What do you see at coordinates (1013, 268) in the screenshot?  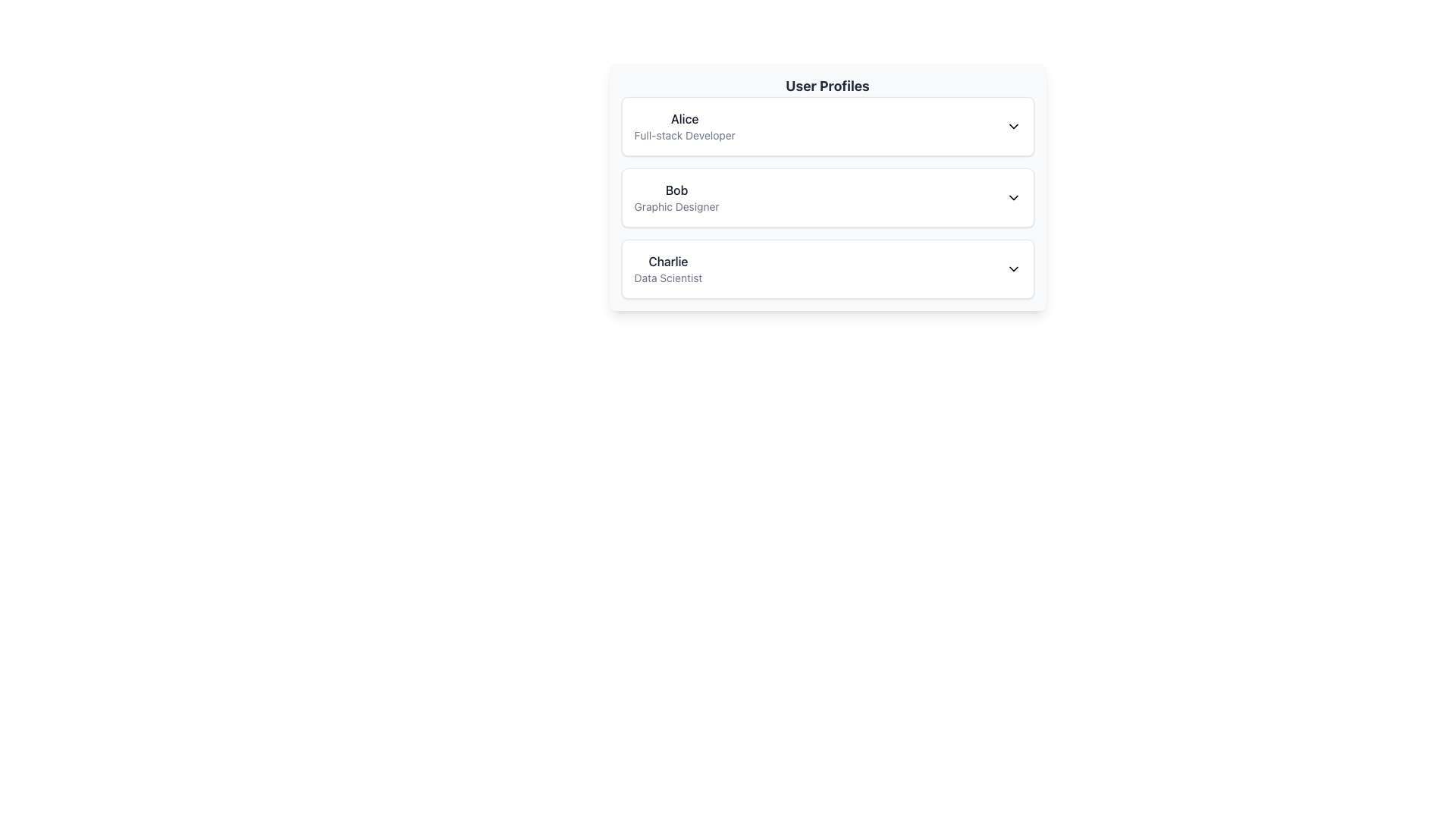 I see `the downward chevron icon` at bounding box center [1013, 268].